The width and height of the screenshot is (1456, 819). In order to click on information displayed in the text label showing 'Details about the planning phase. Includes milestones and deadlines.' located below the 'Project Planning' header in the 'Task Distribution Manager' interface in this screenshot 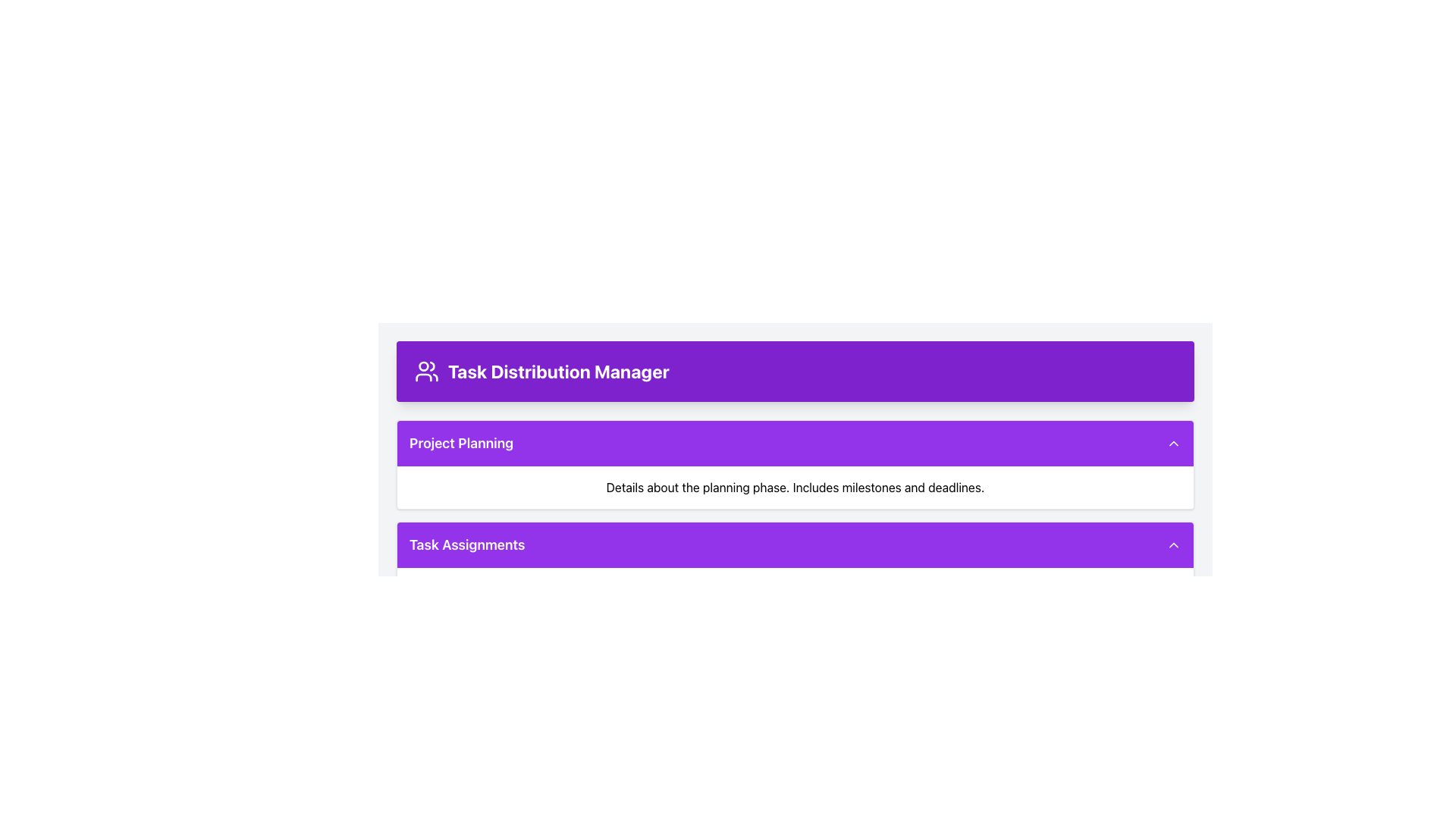, I will do `click(795, 488)`.